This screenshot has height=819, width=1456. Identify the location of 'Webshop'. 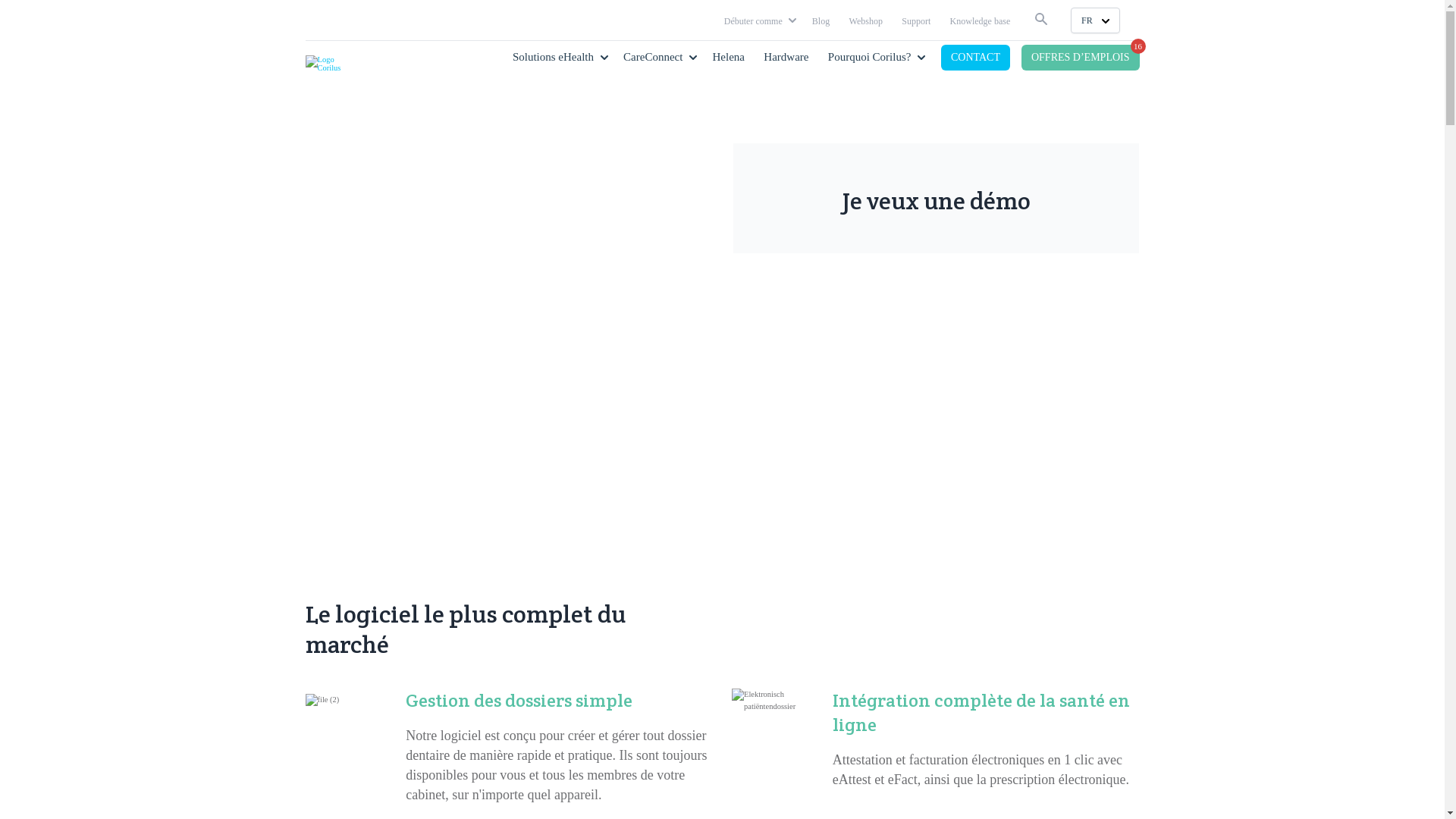
(866, 20).